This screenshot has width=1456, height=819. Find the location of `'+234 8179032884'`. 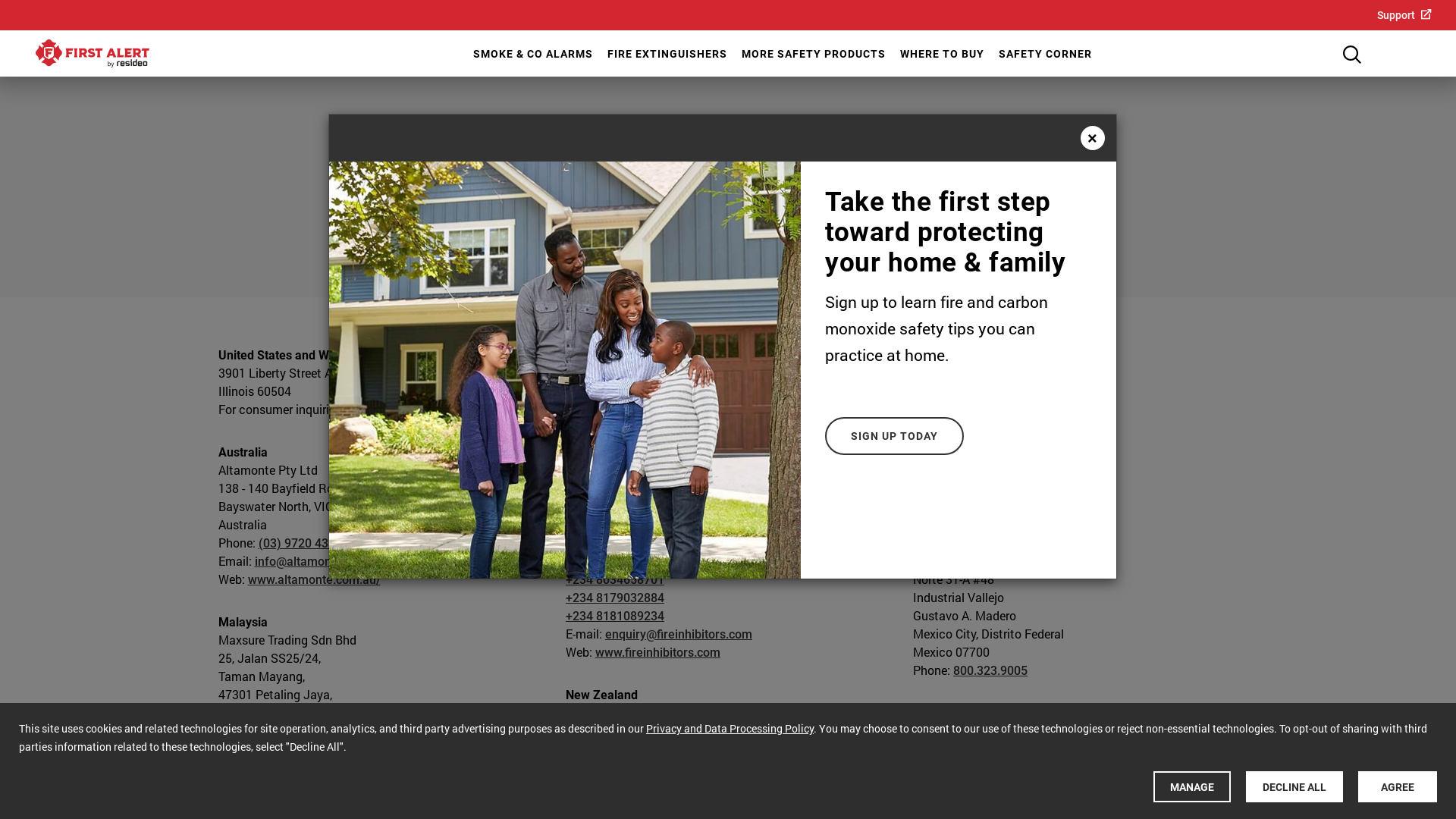

'+234 8179032884' is located at coordinates (564, 596).